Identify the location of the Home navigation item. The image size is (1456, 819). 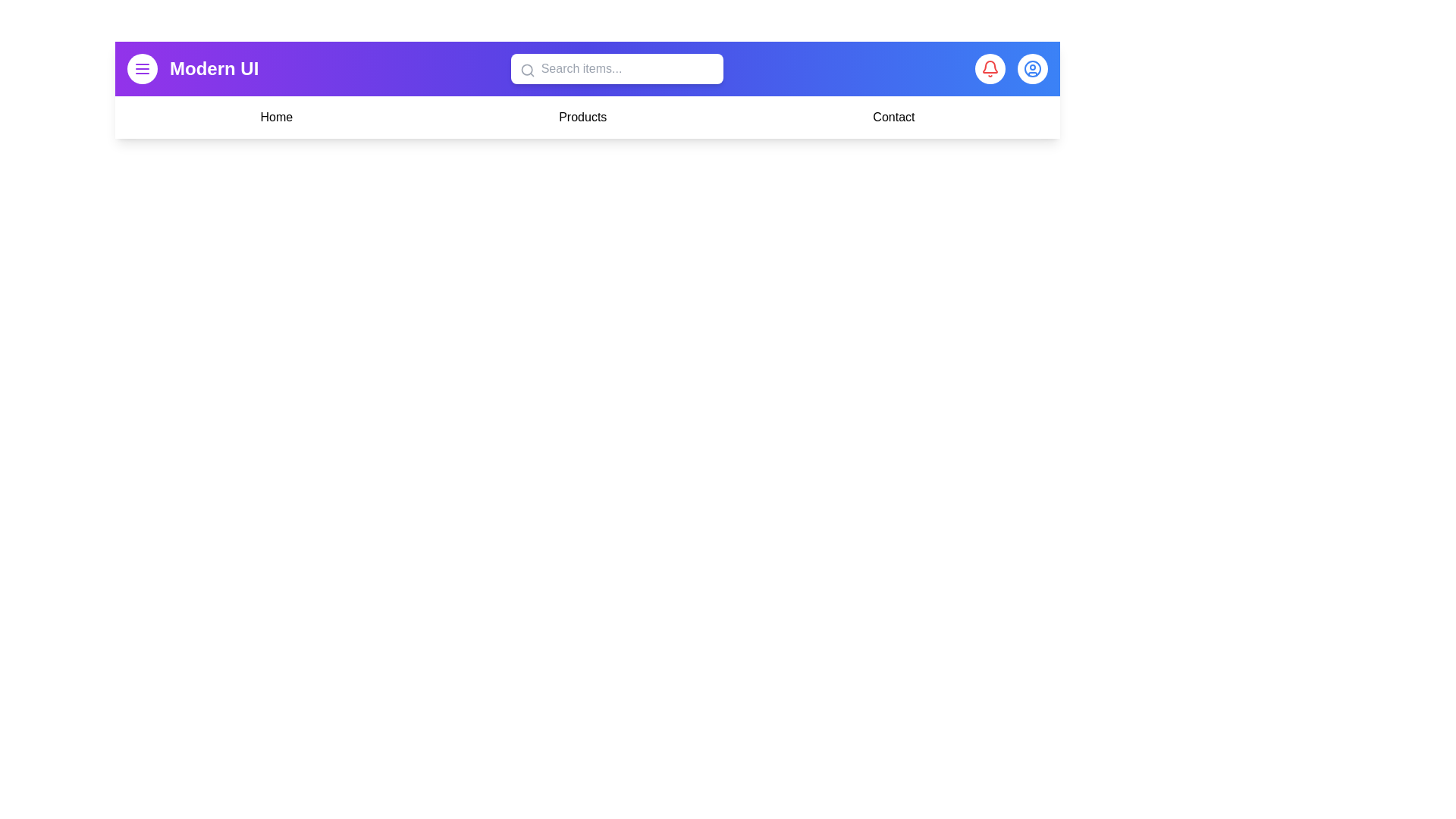
(276, 116).